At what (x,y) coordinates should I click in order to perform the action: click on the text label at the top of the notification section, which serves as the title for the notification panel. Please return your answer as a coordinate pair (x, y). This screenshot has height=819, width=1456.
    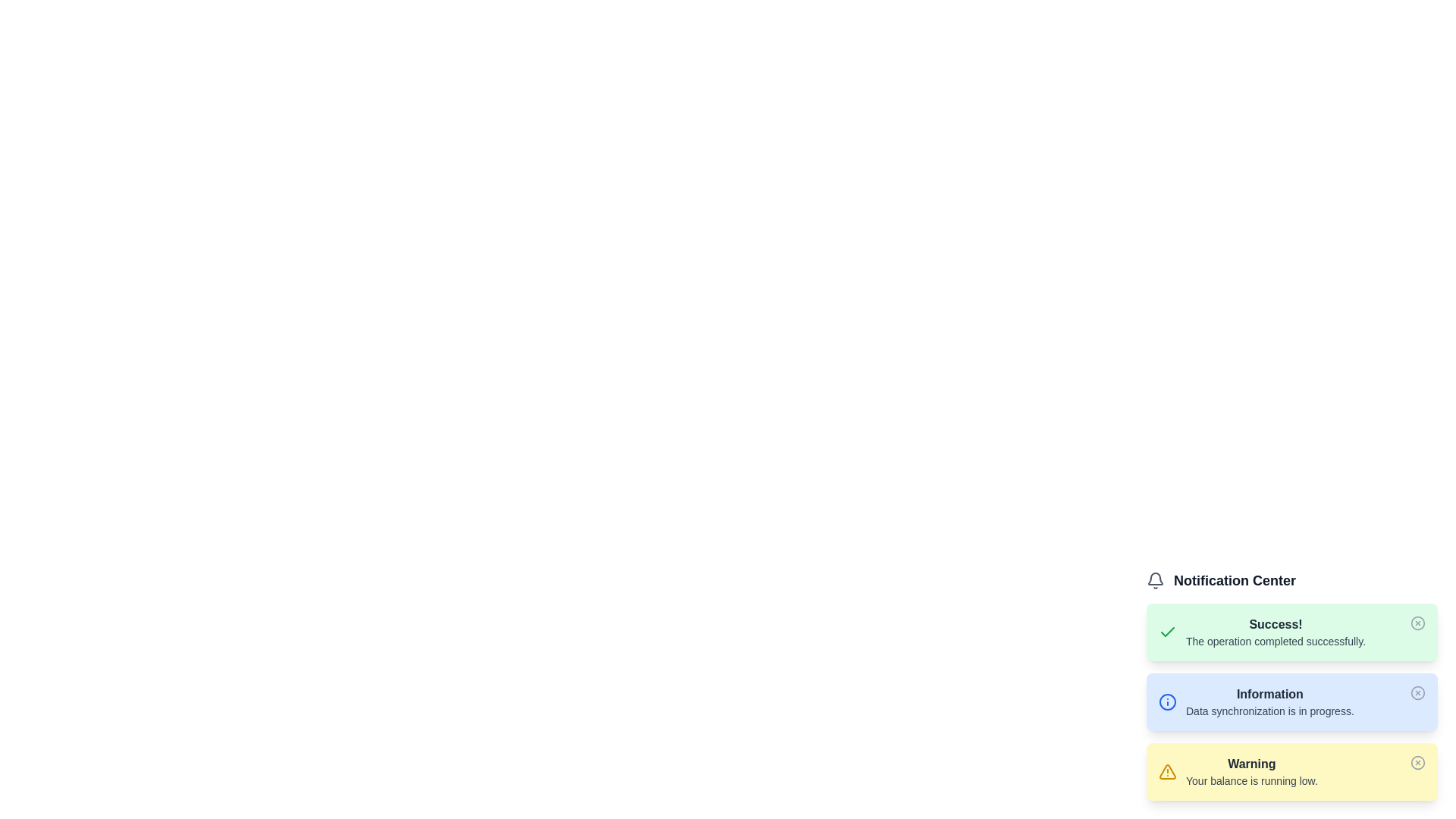
    Looking at the image, I should click on (1291, 580).